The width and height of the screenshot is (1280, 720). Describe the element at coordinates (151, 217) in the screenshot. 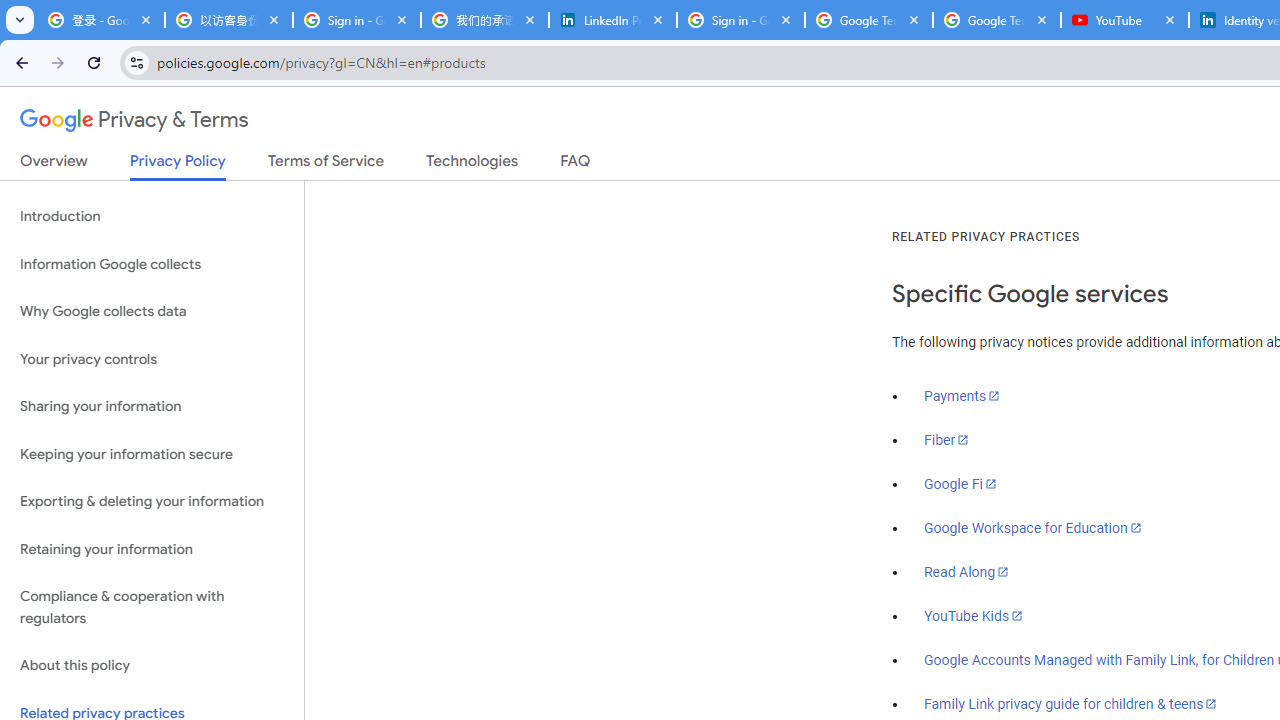

I see `'Introduction'` at that location.